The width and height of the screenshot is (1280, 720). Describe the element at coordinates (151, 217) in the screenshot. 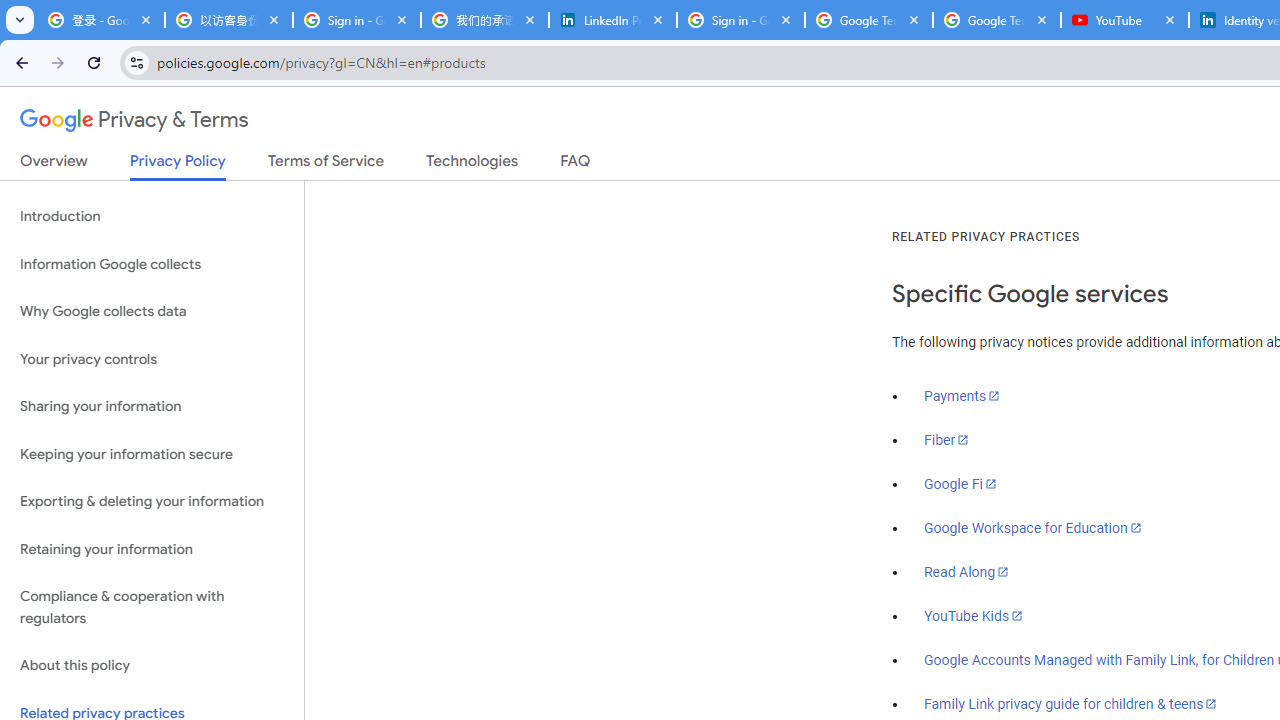

I see `'Introduction'` at that location.